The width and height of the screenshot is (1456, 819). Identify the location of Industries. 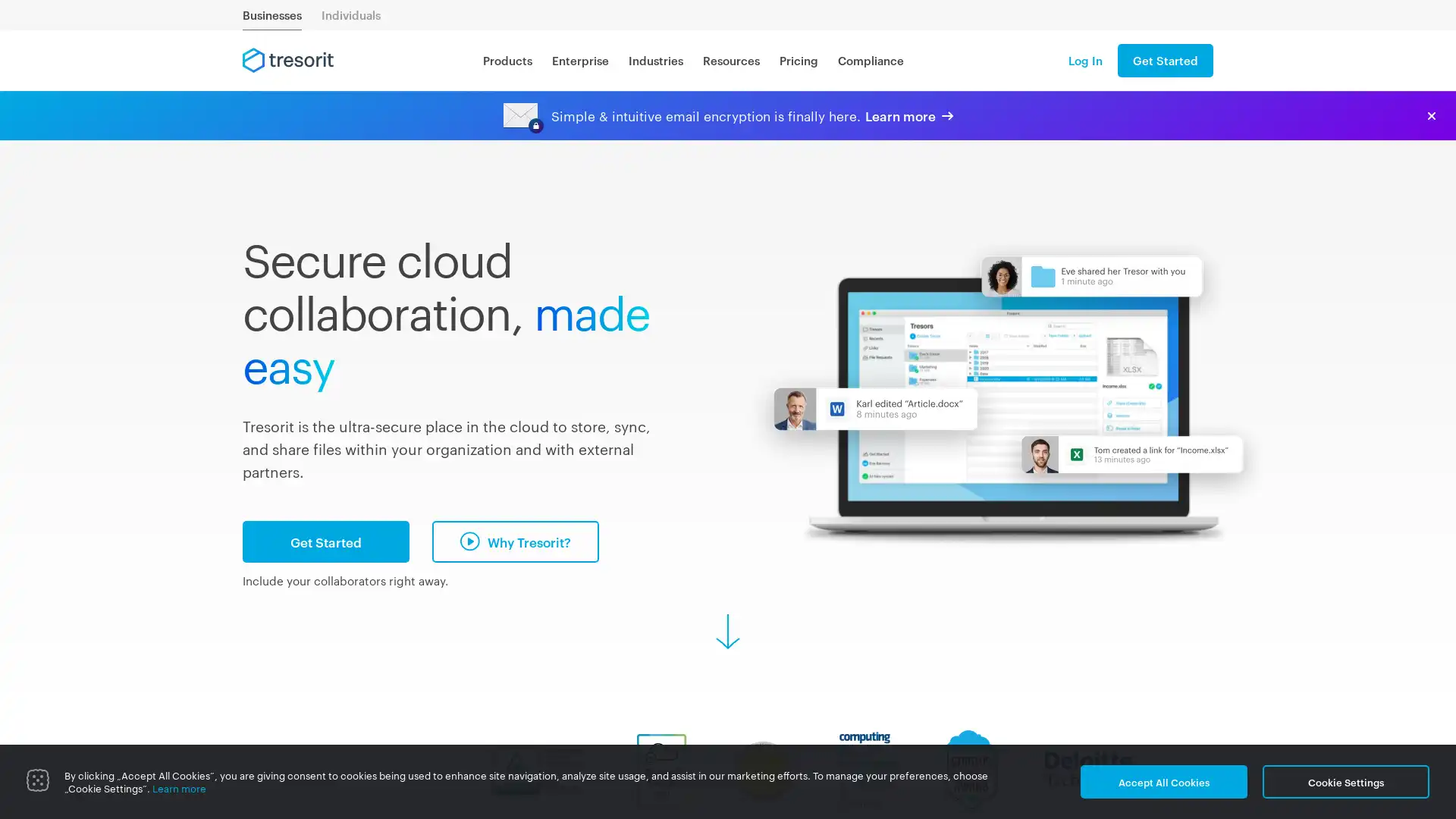
(655, 60).